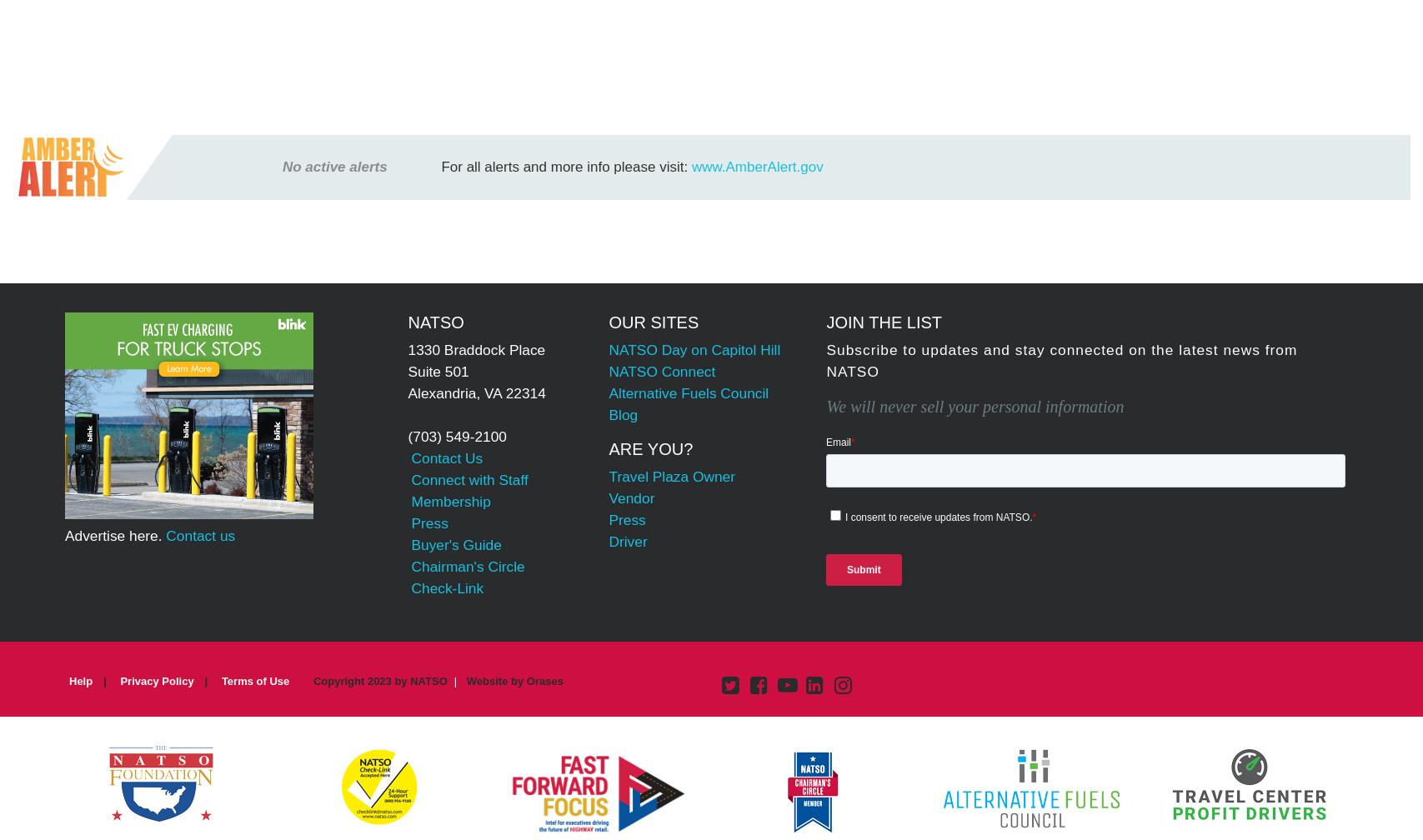  What do you see at coordinates (661, 371) in the screenshot?
I see `'NATSO Connect'` at bounding box center [661, 371].